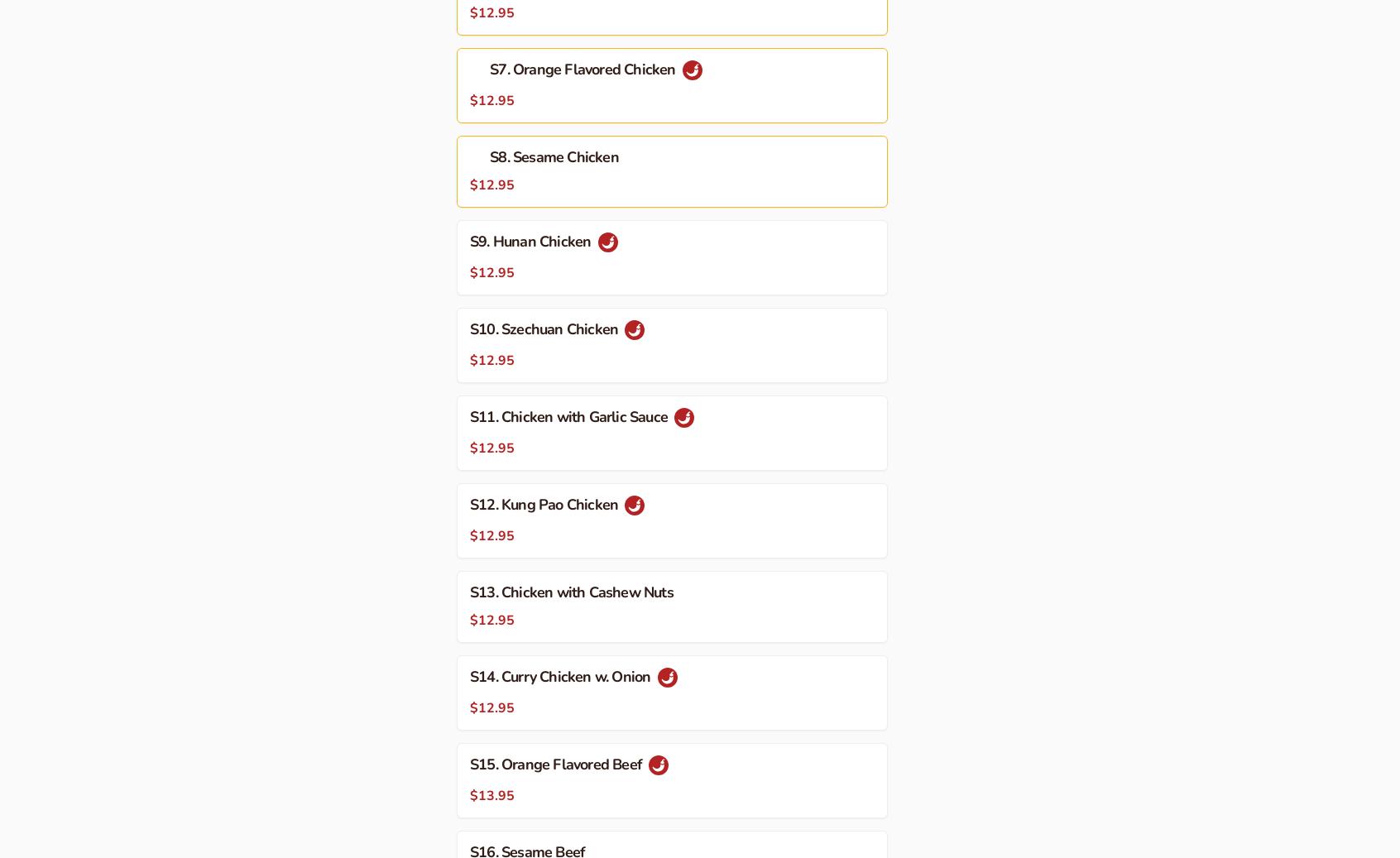 This screenshot has width=1400, height=858. I want to click on 'S10. Szechuan Chicken', so click(469, 327).